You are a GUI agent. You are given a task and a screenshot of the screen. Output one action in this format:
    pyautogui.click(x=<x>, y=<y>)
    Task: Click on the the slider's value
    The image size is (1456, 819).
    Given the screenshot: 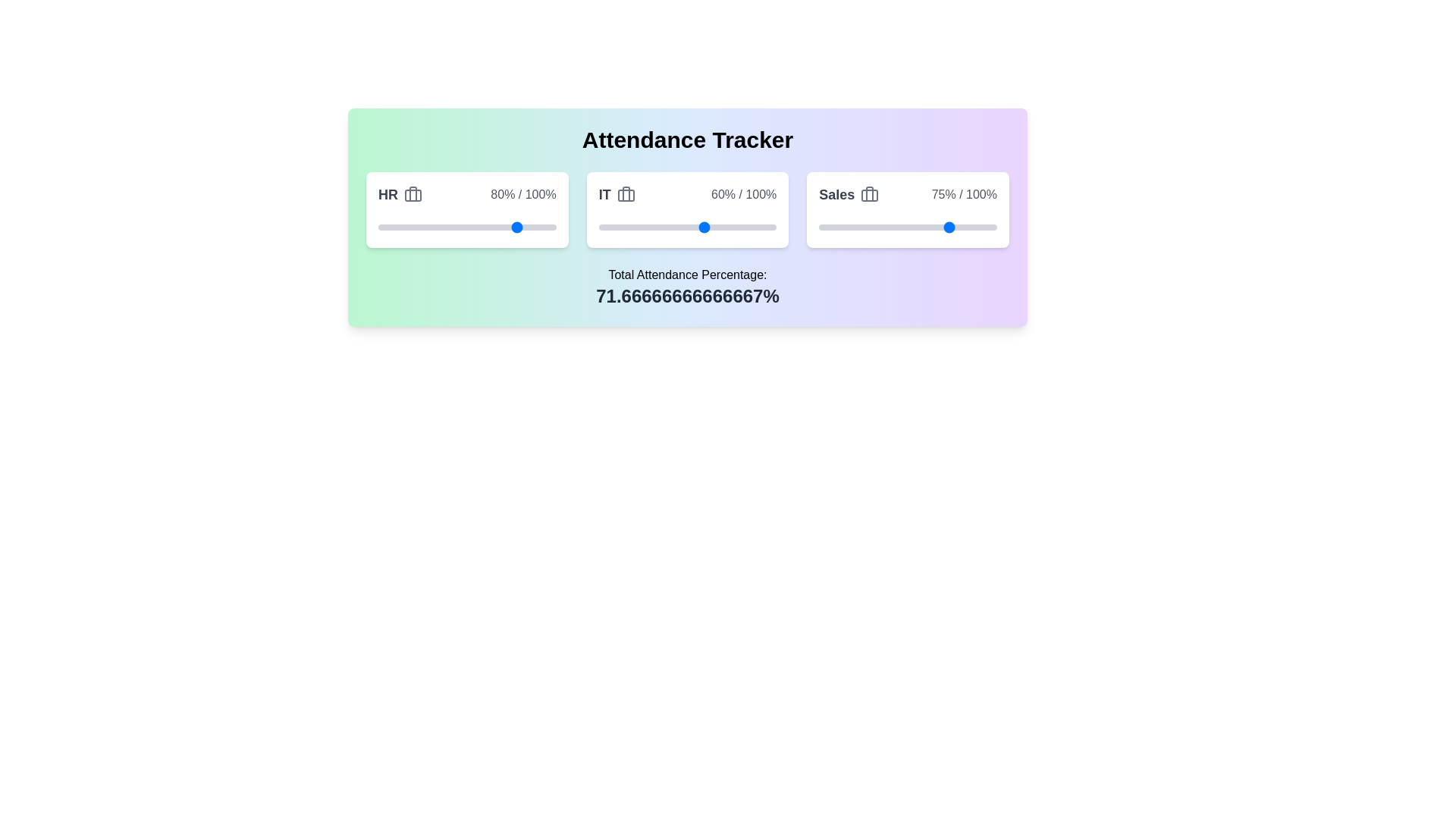 What is the action you would take?
    pyautogui.click(x=877, y=227)
    